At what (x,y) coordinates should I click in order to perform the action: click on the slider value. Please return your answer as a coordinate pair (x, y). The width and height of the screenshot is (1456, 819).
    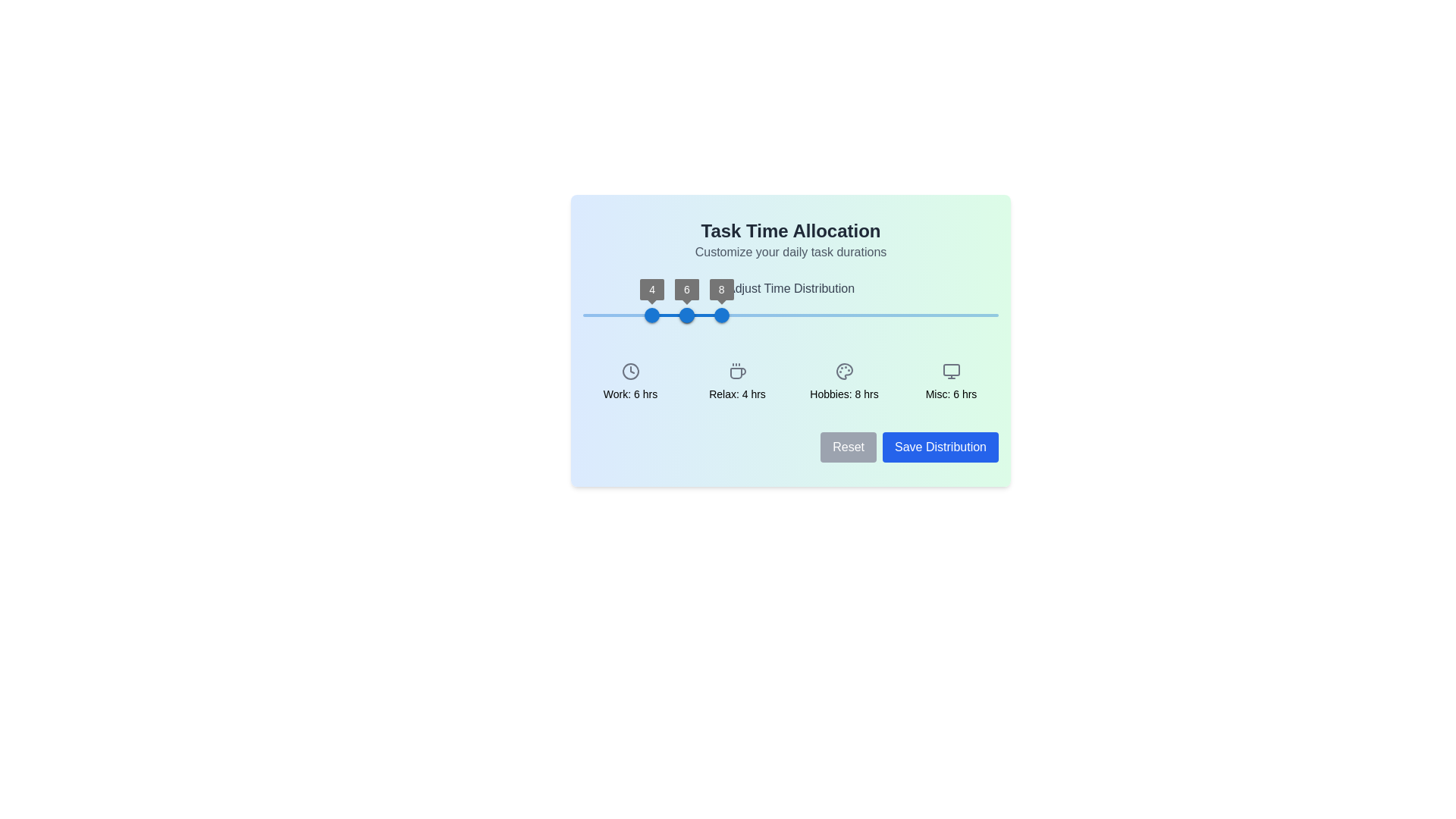
    Looking at the image, I should click on (686, 315).